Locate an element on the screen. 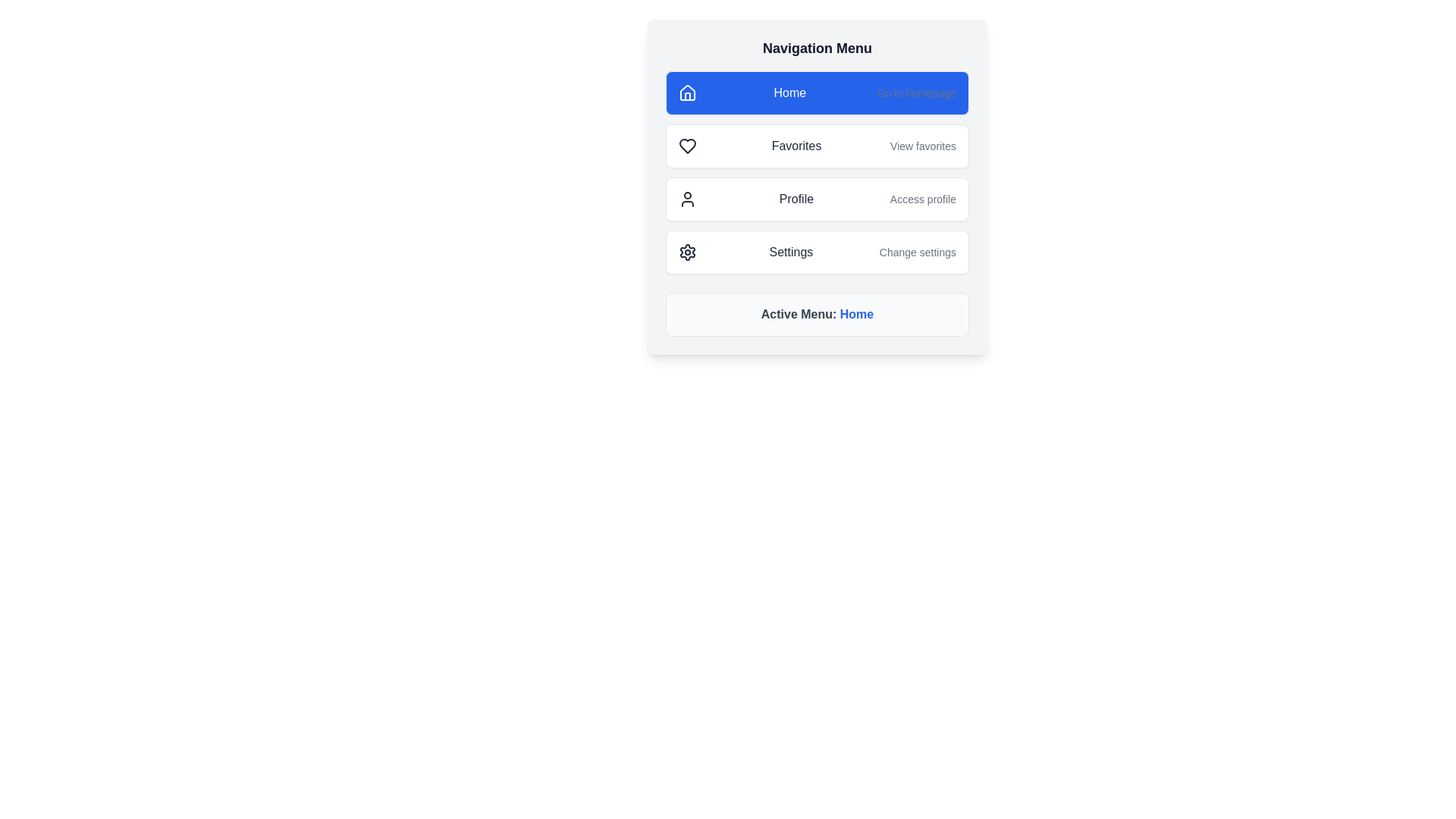 Image resolution: width=1456 pixels, height=819 pixels. the decorative segment of the roof in the house-shaped icon located in the navigation menu at the top-left corner, adjacent to the 'Home' text is located at coordinates (687, 96).